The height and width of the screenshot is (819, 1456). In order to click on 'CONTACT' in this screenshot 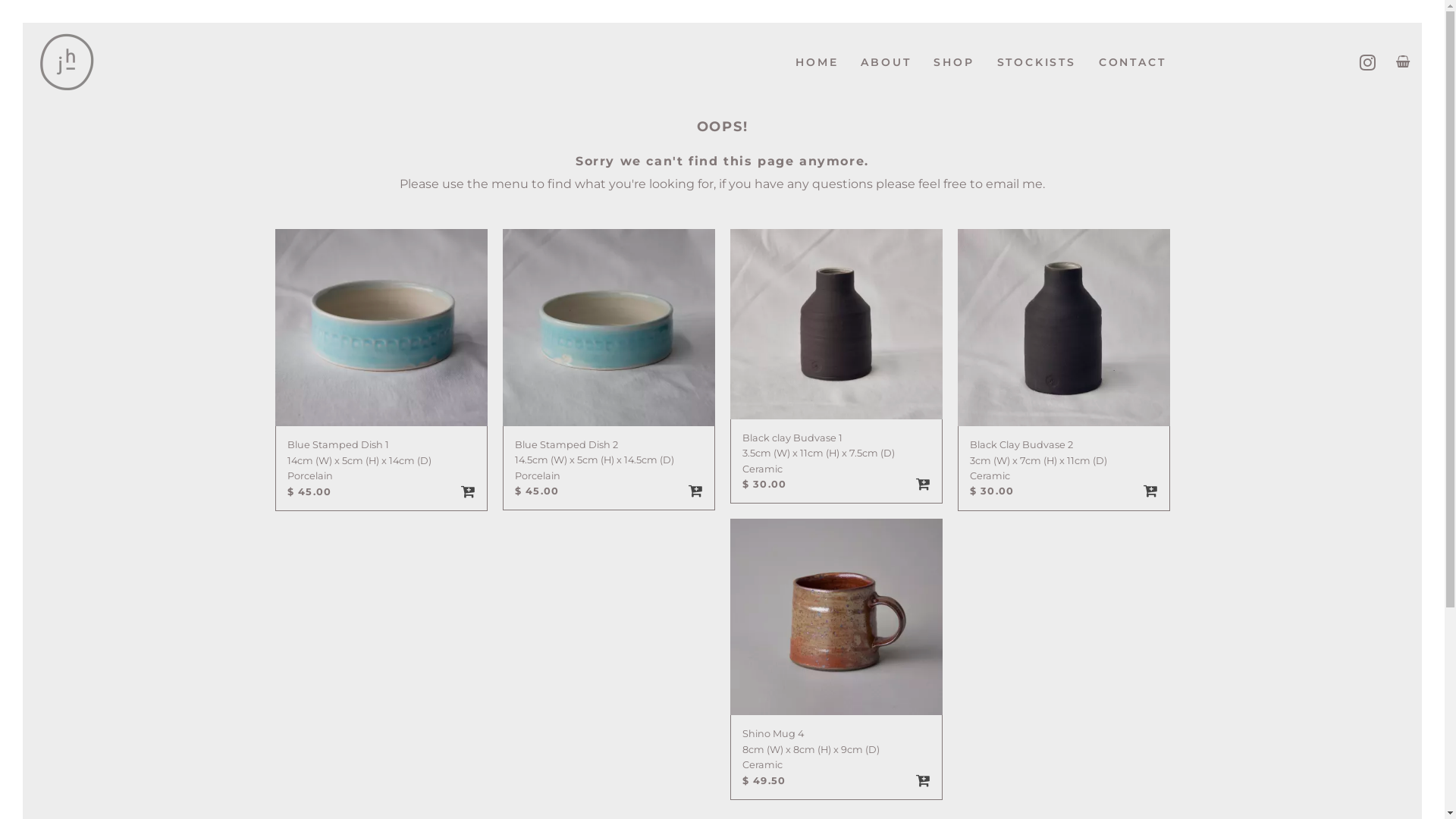, I will do `click(1132, 61)`.